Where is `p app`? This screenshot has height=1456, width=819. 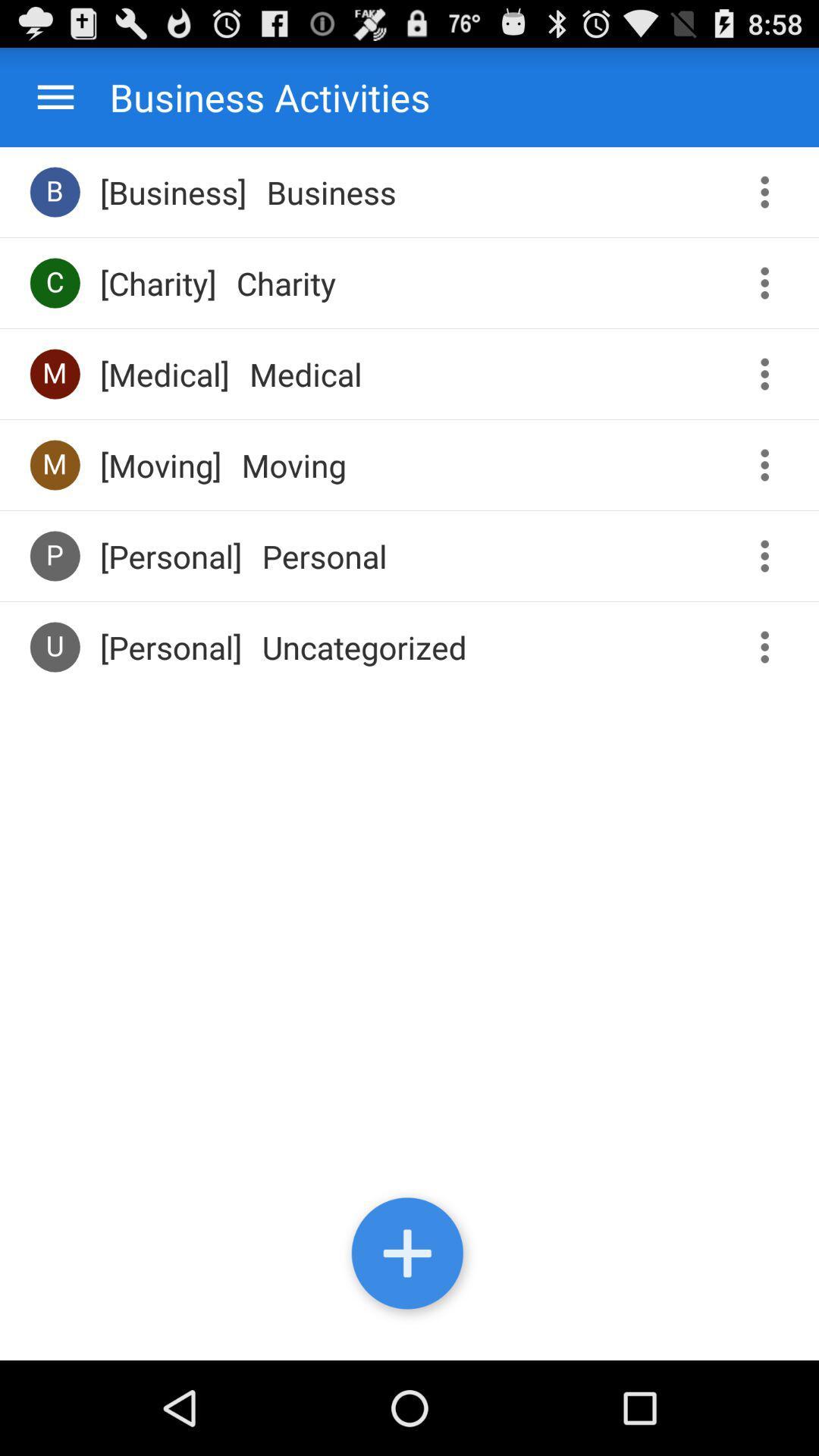 p app is located at coordinates (54, 555).